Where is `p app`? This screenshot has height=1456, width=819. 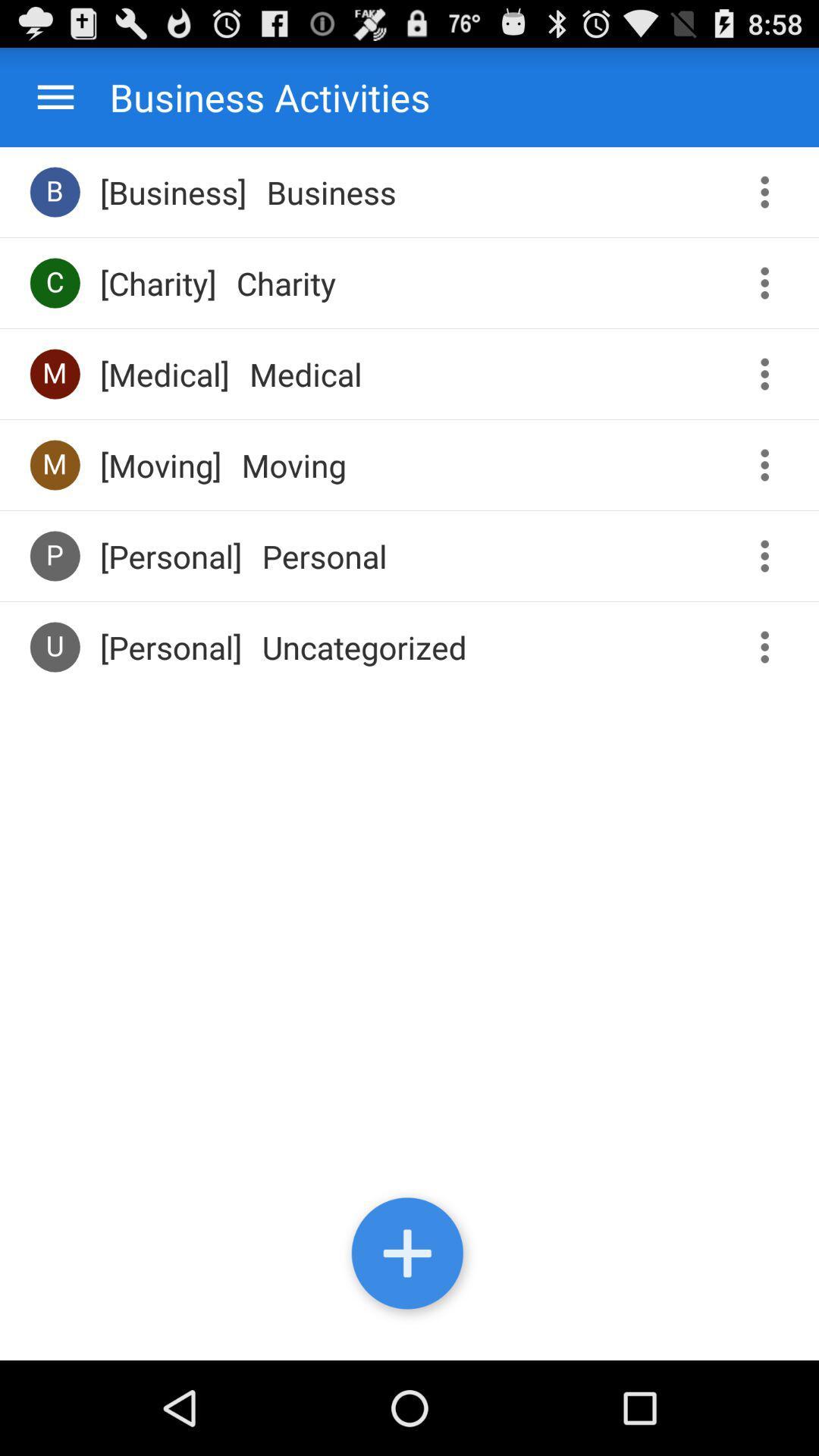 p app is located at coordinates (54, 555).